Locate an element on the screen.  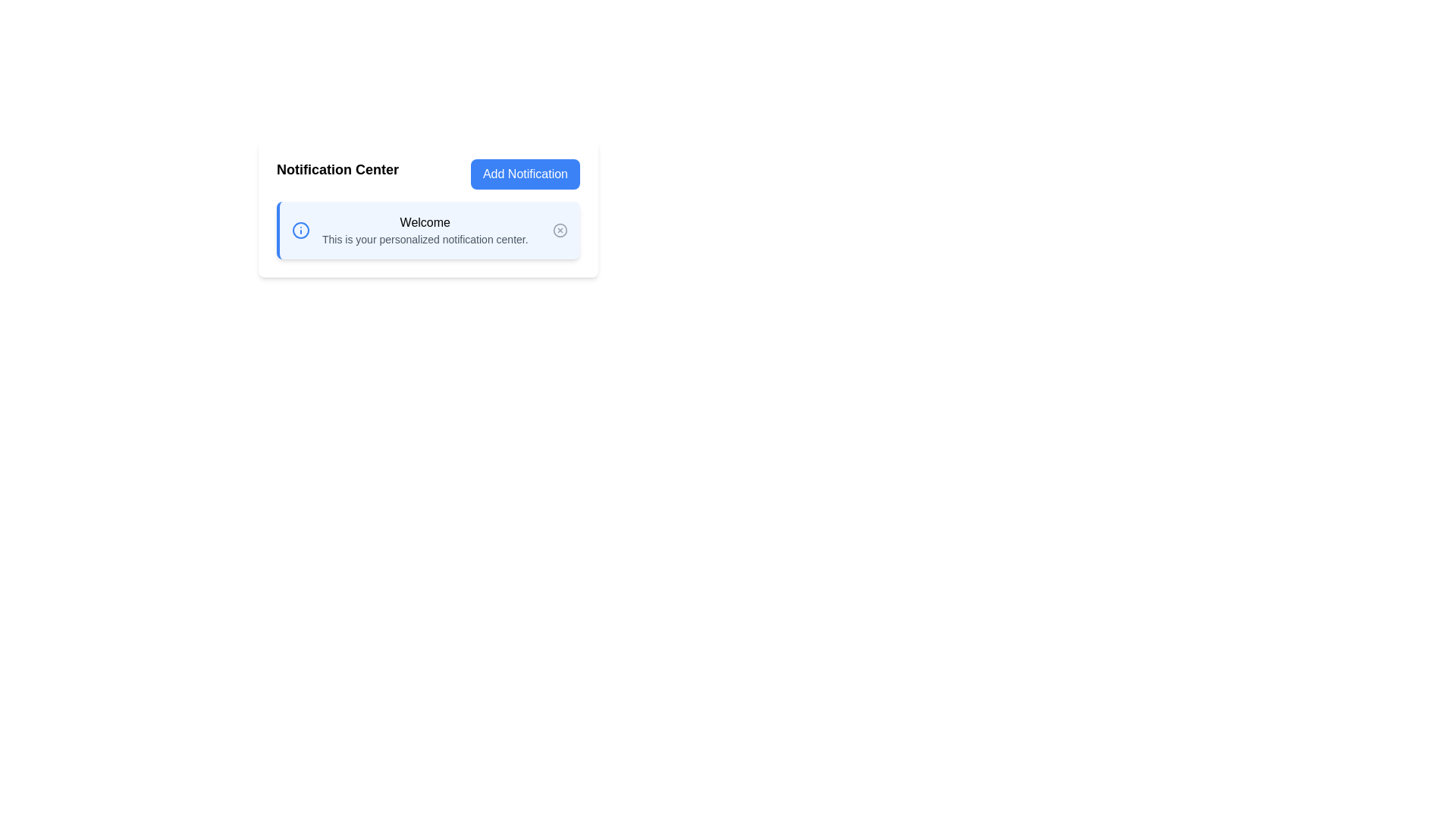
the circular shape element with a blue outline located in the top-left corner of the notification card, underneath the 'Notification Center' header is located at coordinates (301, 231).